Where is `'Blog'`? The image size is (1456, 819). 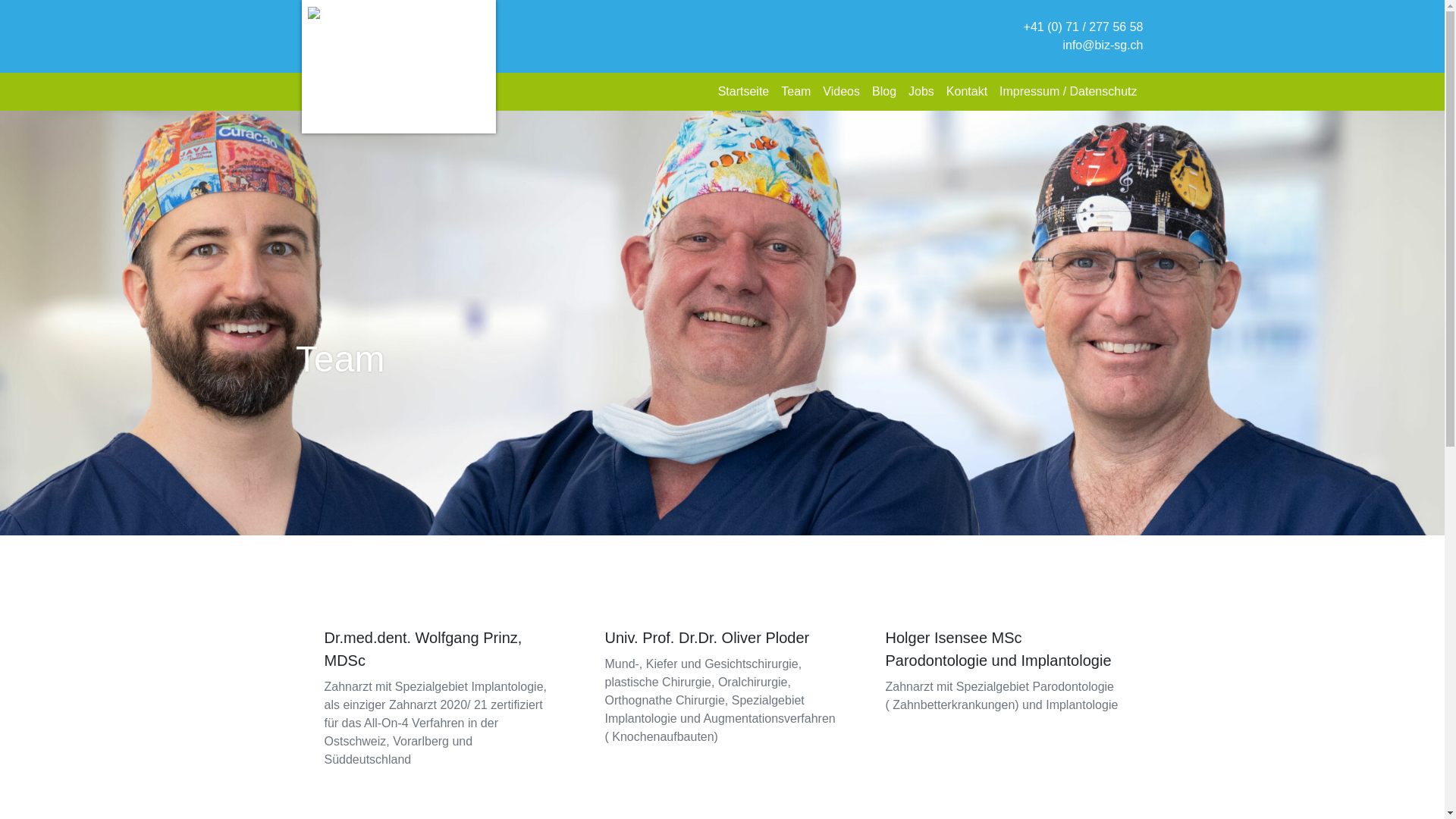 'Blog' is located at coordinates (884, 91).